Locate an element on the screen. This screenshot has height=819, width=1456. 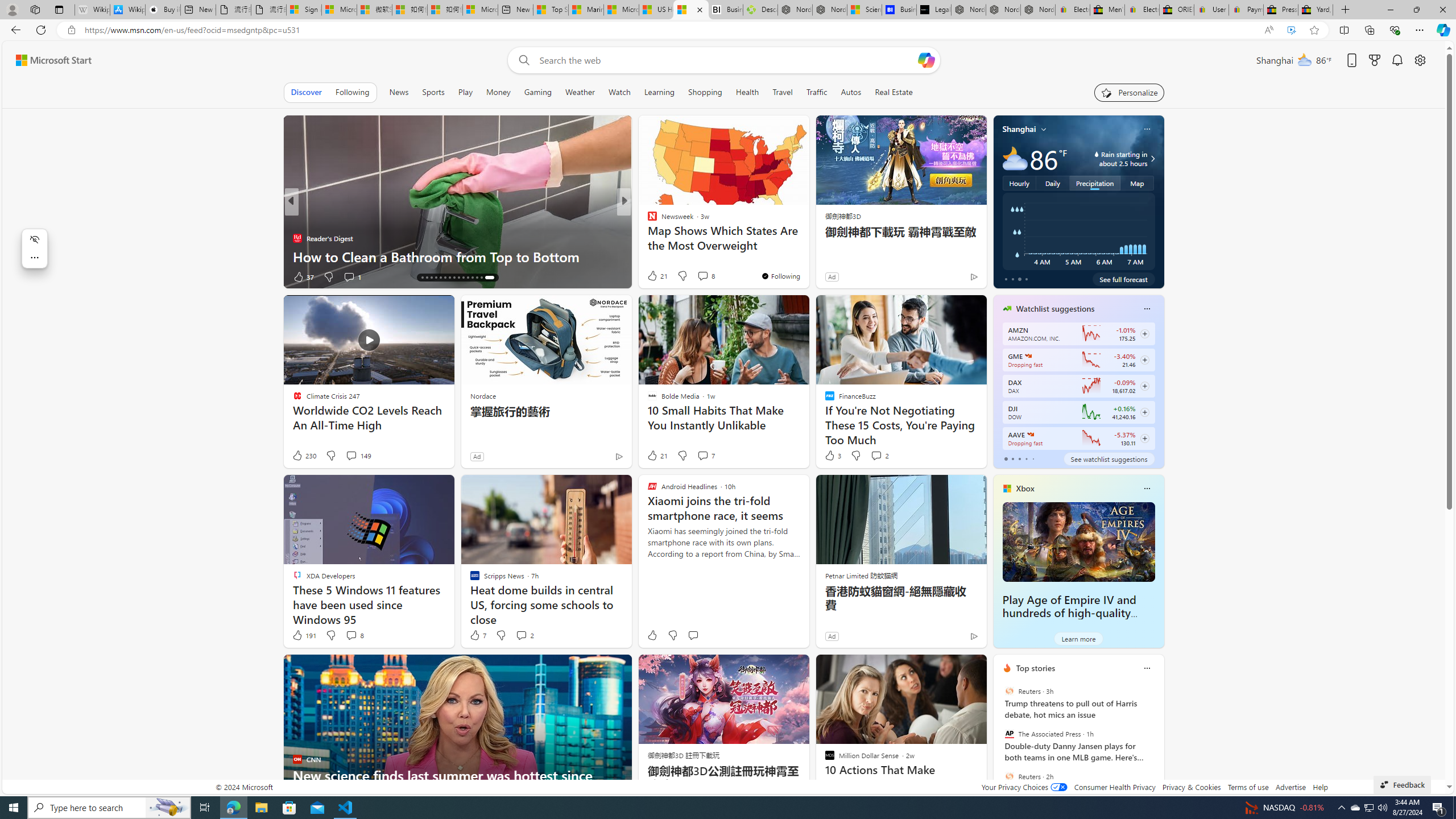
'AutomationID: tab-20' is located at coordinates (446, 277).